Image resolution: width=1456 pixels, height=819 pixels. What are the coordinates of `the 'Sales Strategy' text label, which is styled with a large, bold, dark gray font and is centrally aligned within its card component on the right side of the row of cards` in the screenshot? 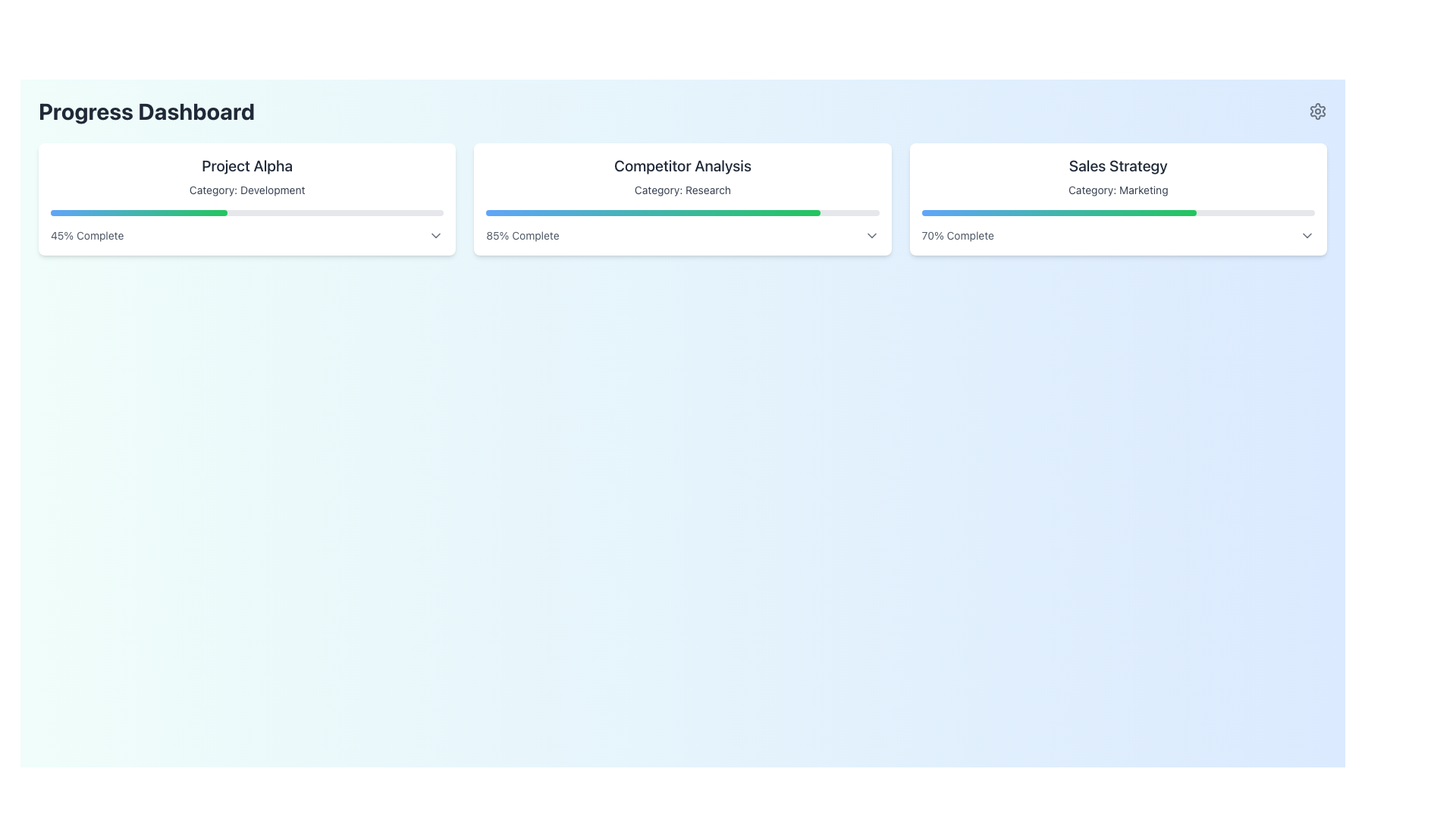 It's located at (1118, 166).